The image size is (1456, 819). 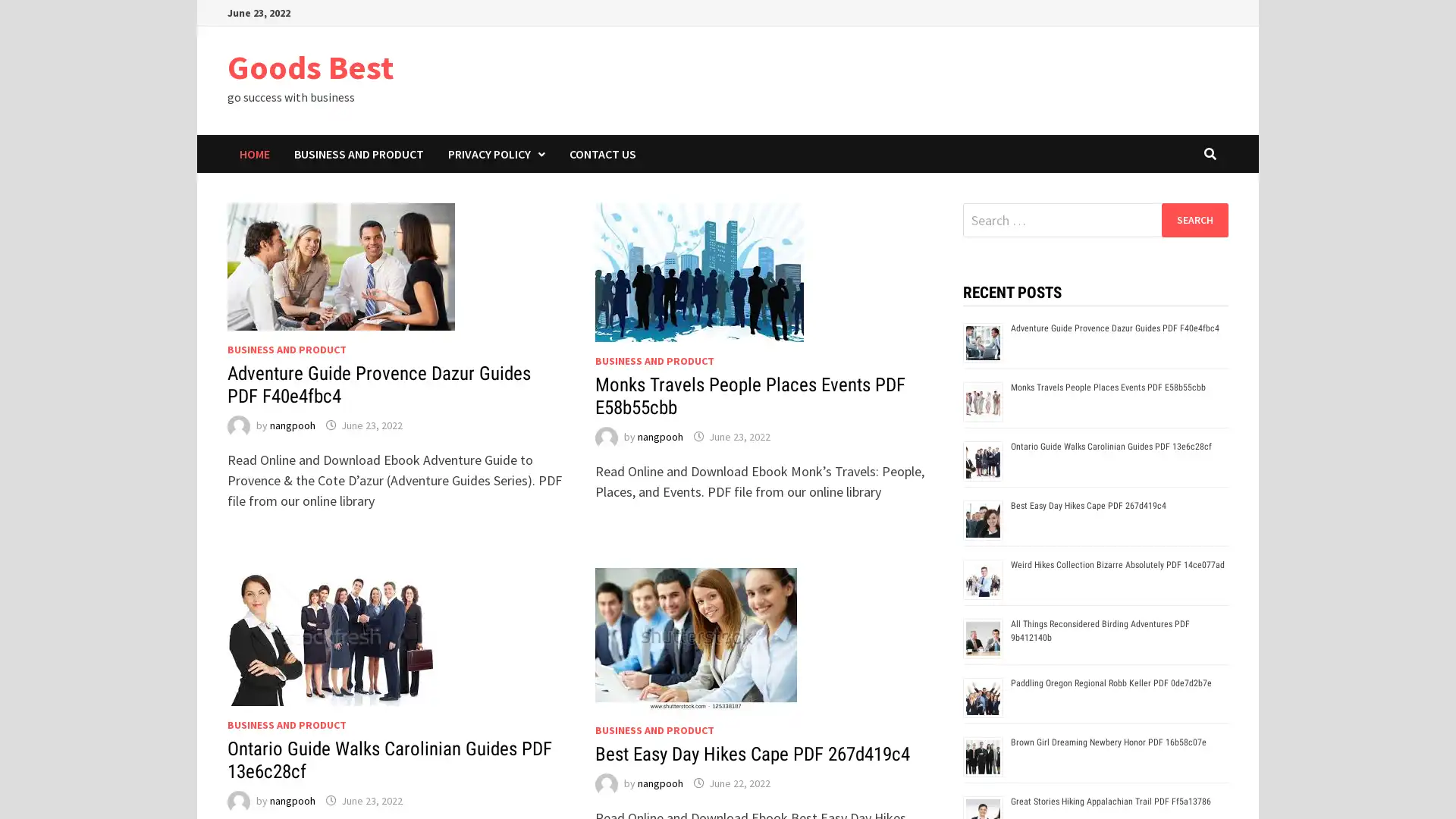 I want to click on Search, so click(x=1194, y=219).